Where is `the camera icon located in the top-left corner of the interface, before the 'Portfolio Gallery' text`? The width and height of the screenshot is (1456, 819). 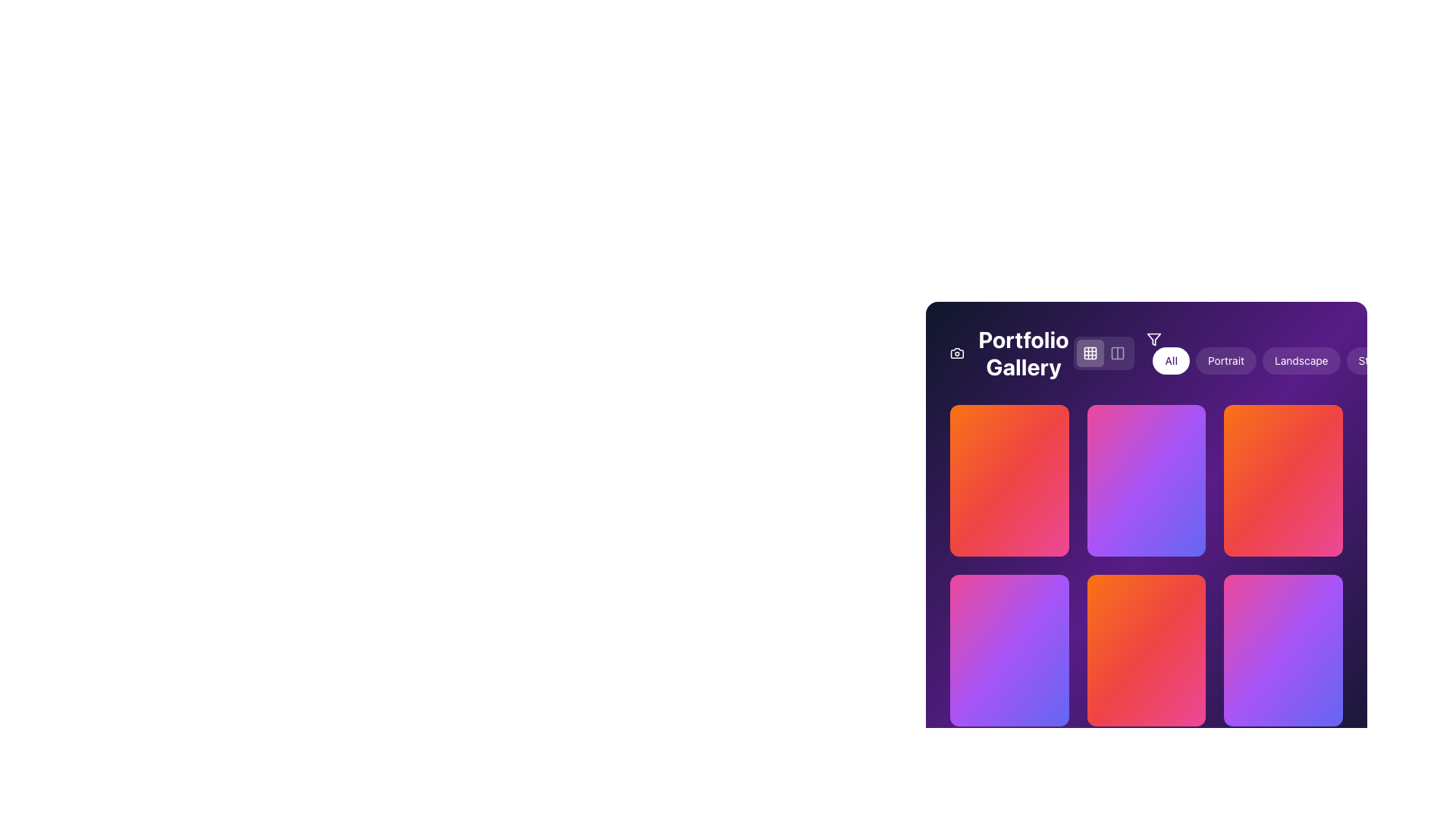 the camera icon located in the top-left corner of the interface, before the 'Portfolio Gallery' text is located at coordinates (956, 353).